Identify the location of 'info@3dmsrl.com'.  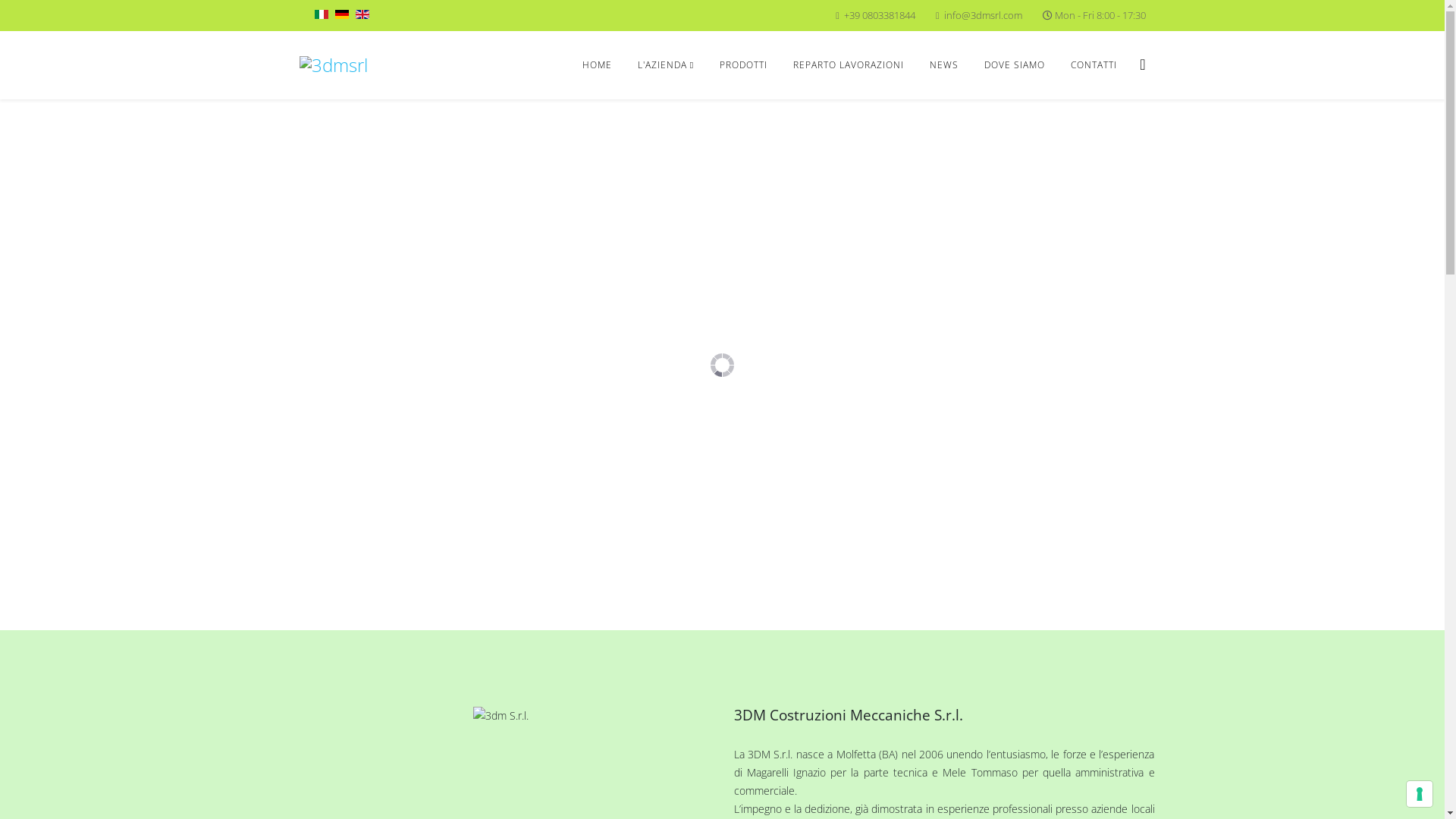
(982, 15).